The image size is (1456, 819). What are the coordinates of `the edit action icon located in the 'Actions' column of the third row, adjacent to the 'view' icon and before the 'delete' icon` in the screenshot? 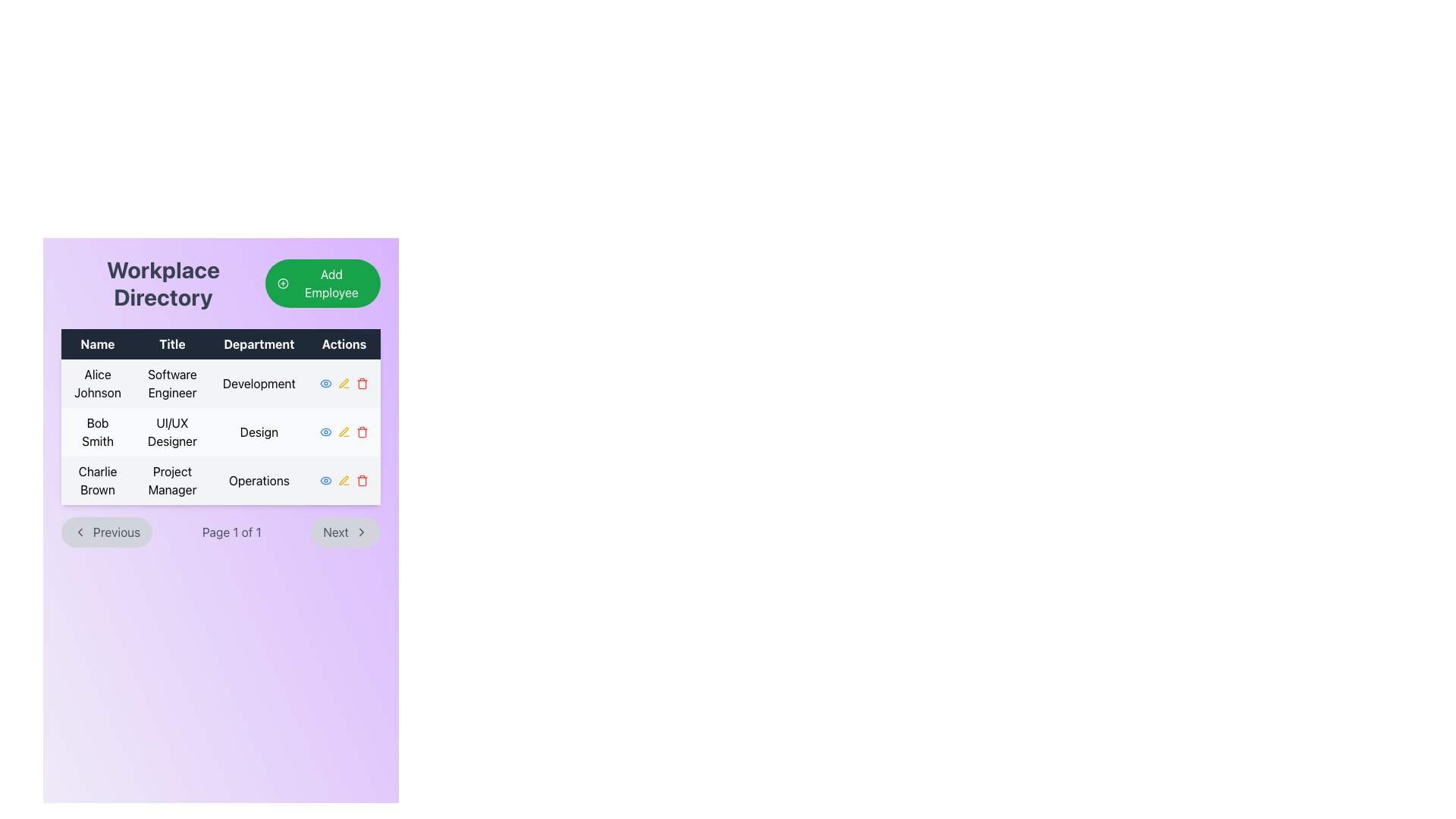 It's located at (343, 382).